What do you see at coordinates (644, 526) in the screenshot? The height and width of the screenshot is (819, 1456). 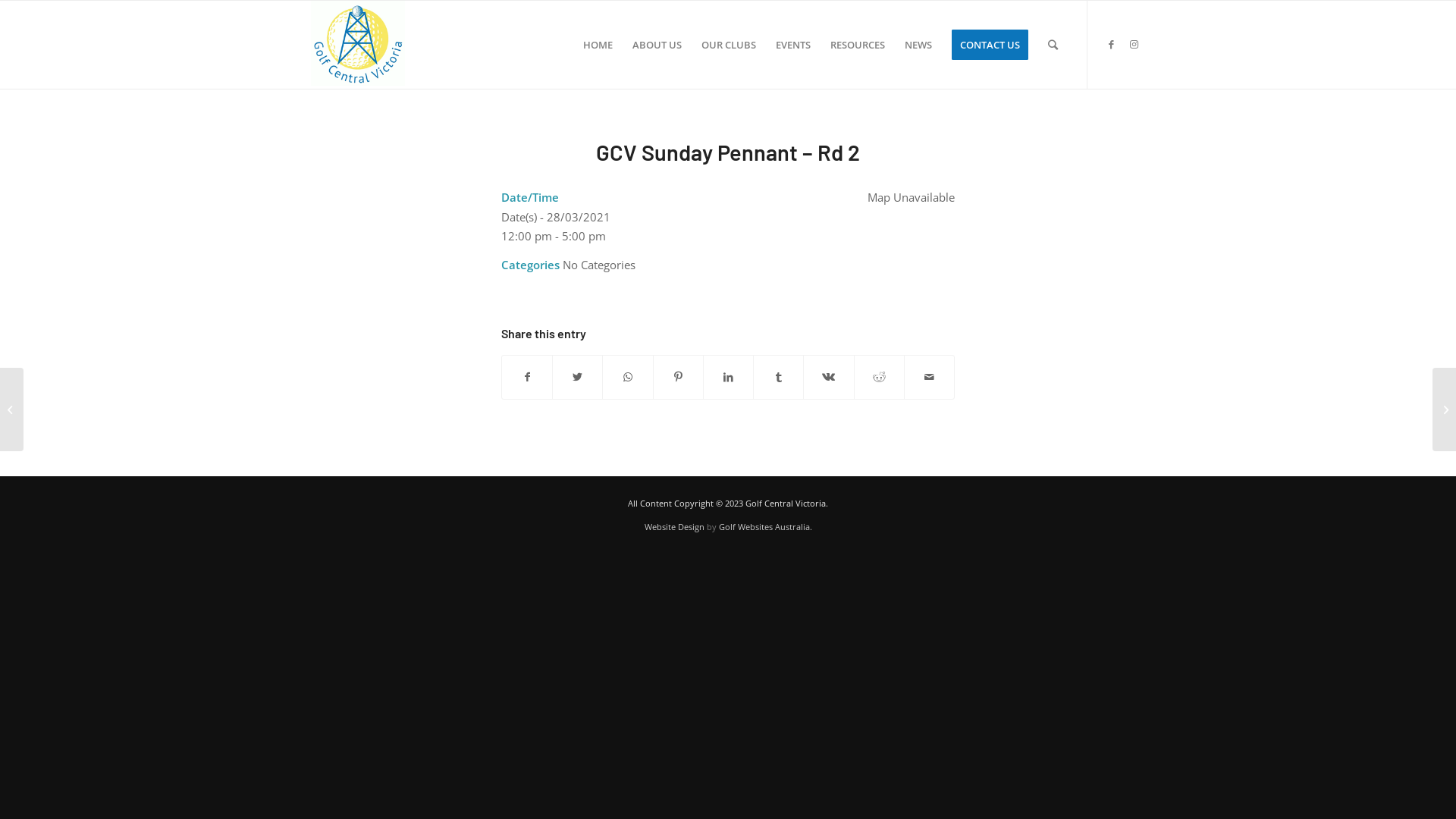 I see `'Website Design'` at bounding box center [644, 526].